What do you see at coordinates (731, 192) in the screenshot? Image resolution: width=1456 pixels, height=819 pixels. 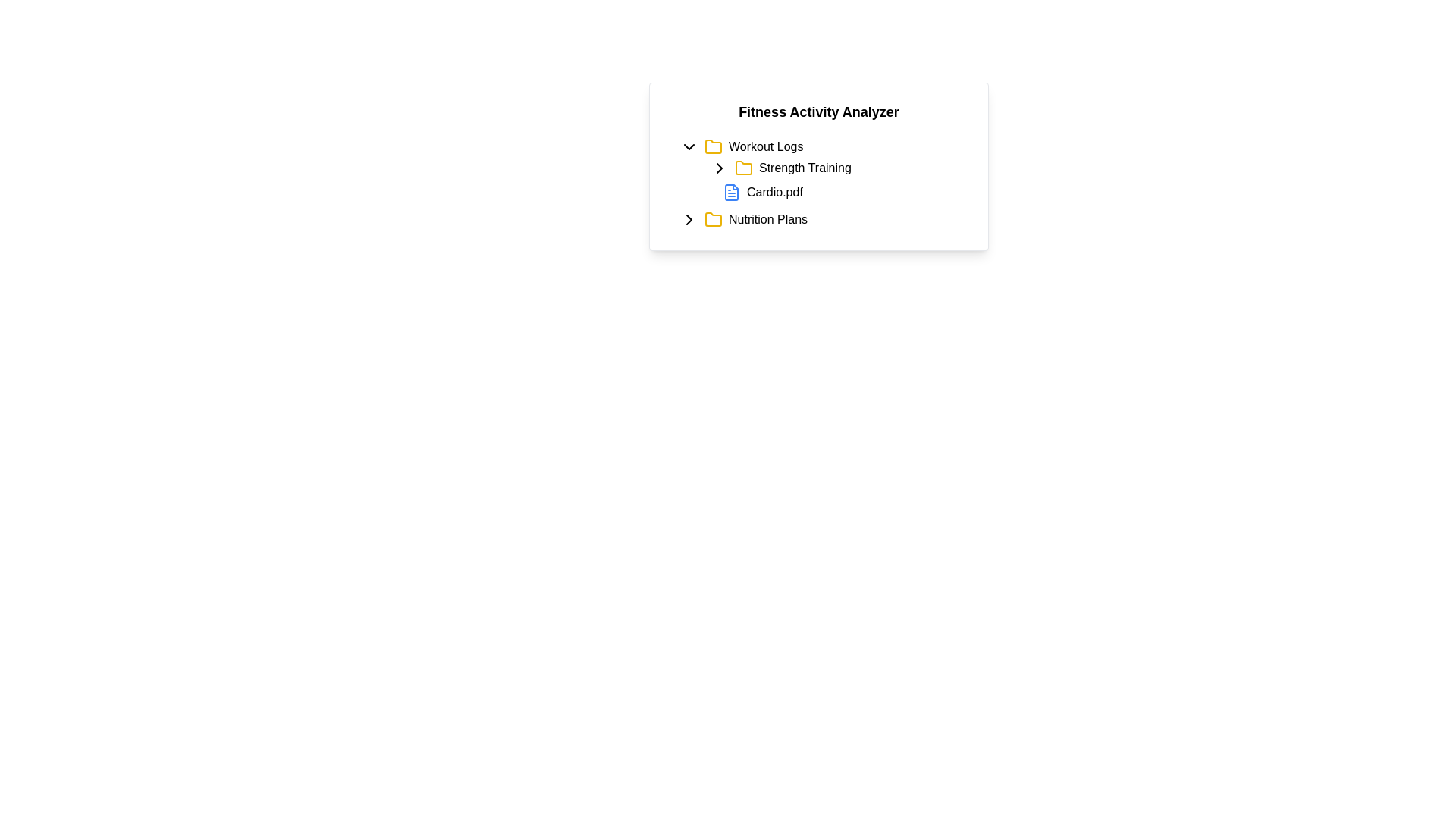 I see `the document icon representing 'Cardio.pdf', which is located to the left of the label 'Cardio.pdf' and below the 'Strength Training' group` at bounding box center [731, 192].